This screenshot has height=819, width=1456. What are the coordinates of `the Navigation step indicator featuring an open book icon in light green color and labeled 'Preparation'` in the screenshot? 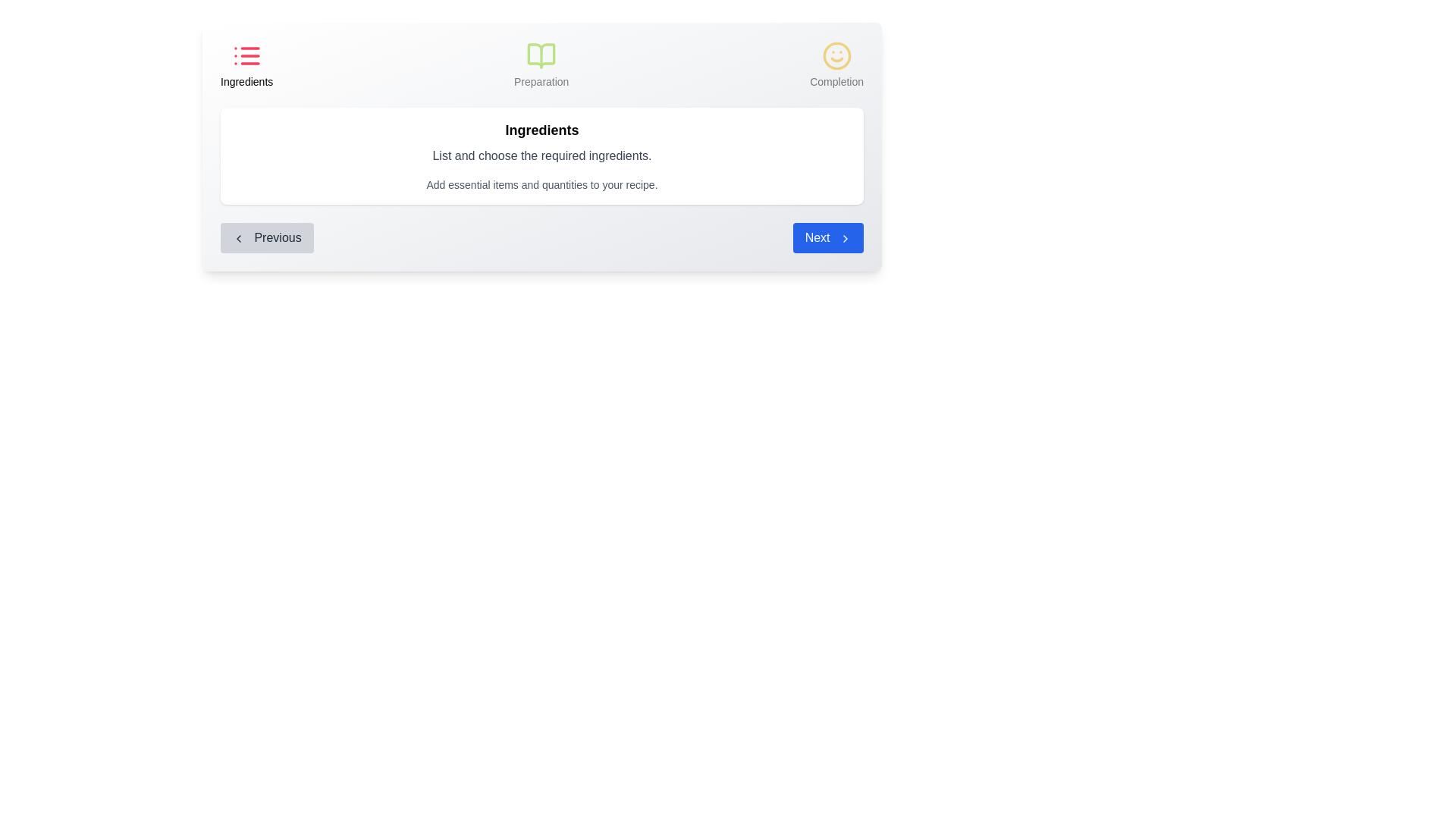 It's located at (541, 64).